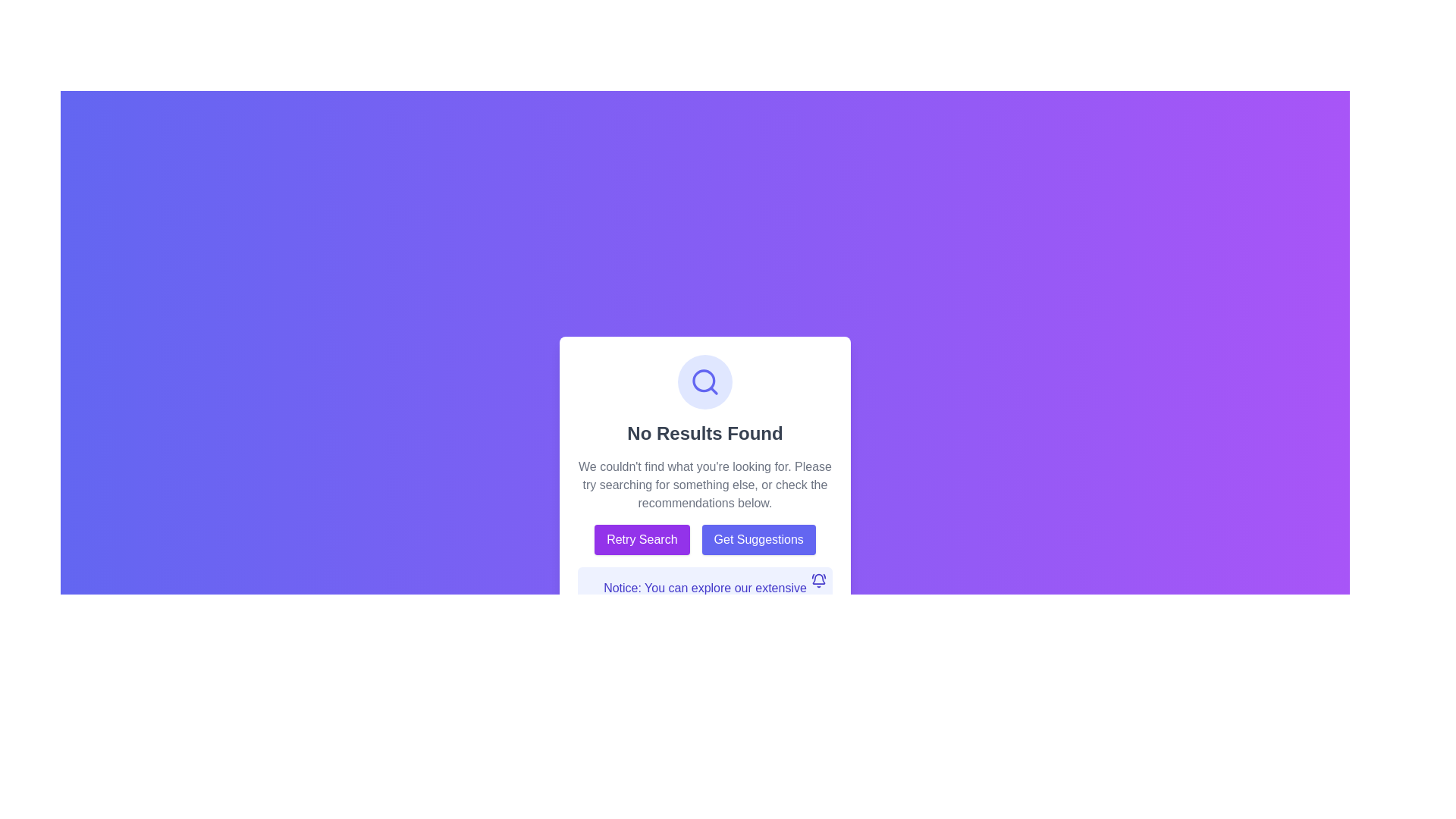  What do you see at coordinates (704, 381) in the screenshot?
I see `the decorative search icon located at the top center of the panel above the 'No Results Found' message` at bounding box center [704, 381].